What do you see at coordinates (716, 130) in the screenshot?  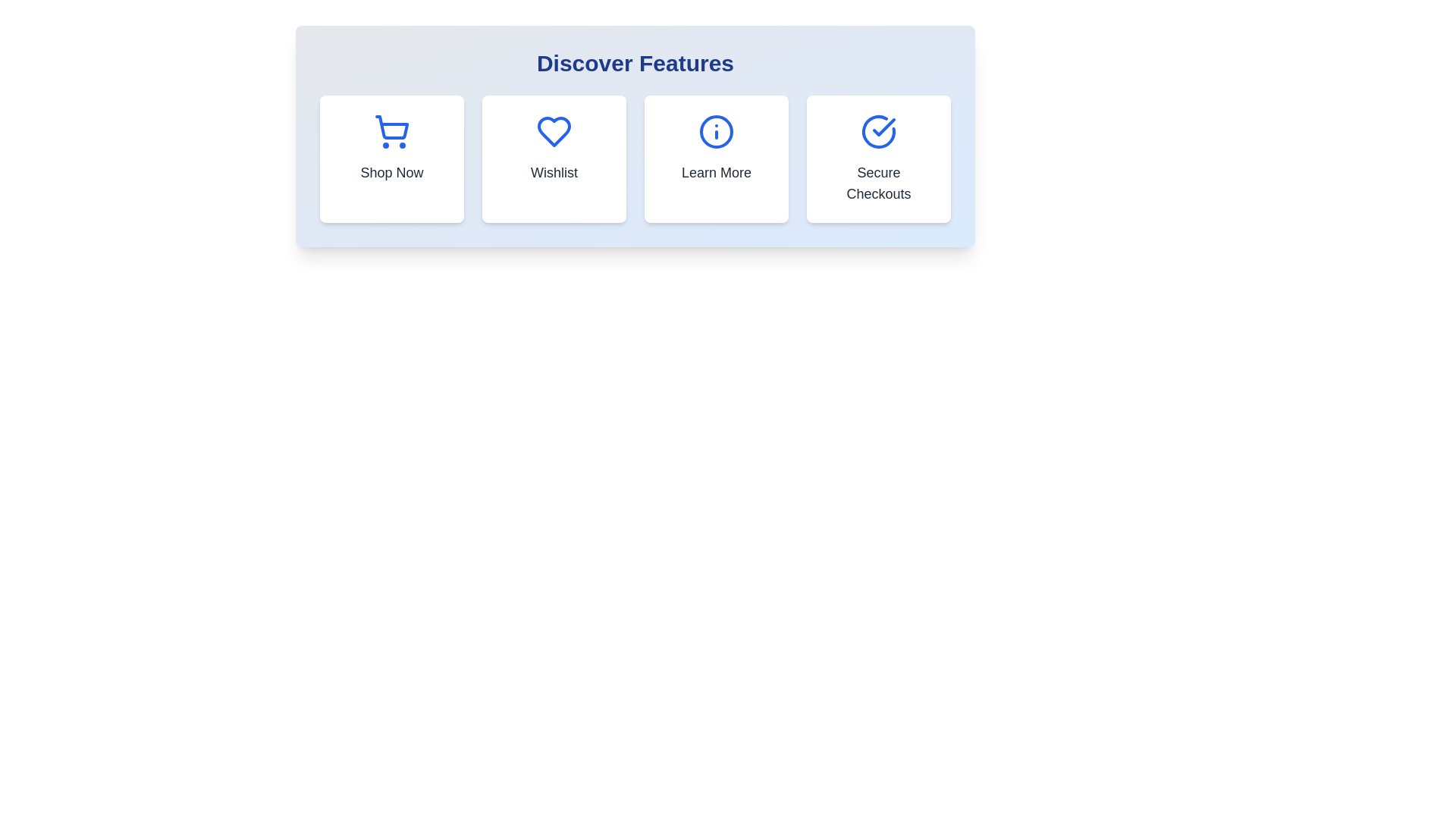 I see `the outer circular boundary of the info icon, which is part of the 'Learn More' button located under the 'Discover Features' heading` at bounding box center [716, 130].